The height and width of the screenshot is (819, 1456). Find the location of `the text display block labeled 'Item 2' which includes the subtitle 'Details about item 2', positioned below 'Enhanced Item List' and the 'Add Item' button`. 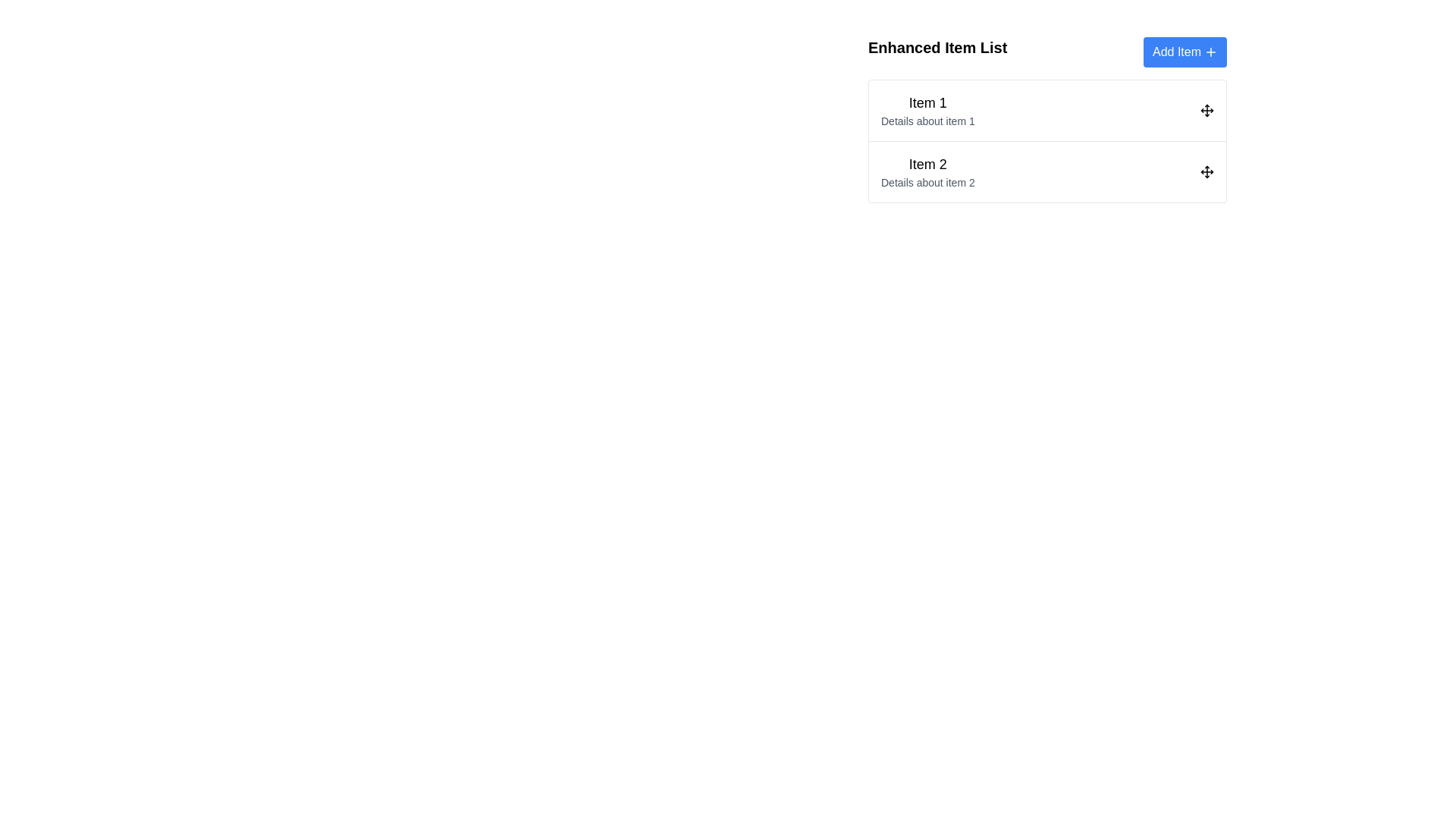

the text display block labeled 'Item 2' which includes the subtitle 'Details about item 2', positioned below 'Enhanced Item List' and the 'Add Item' button is located at coordinates (927, 171).